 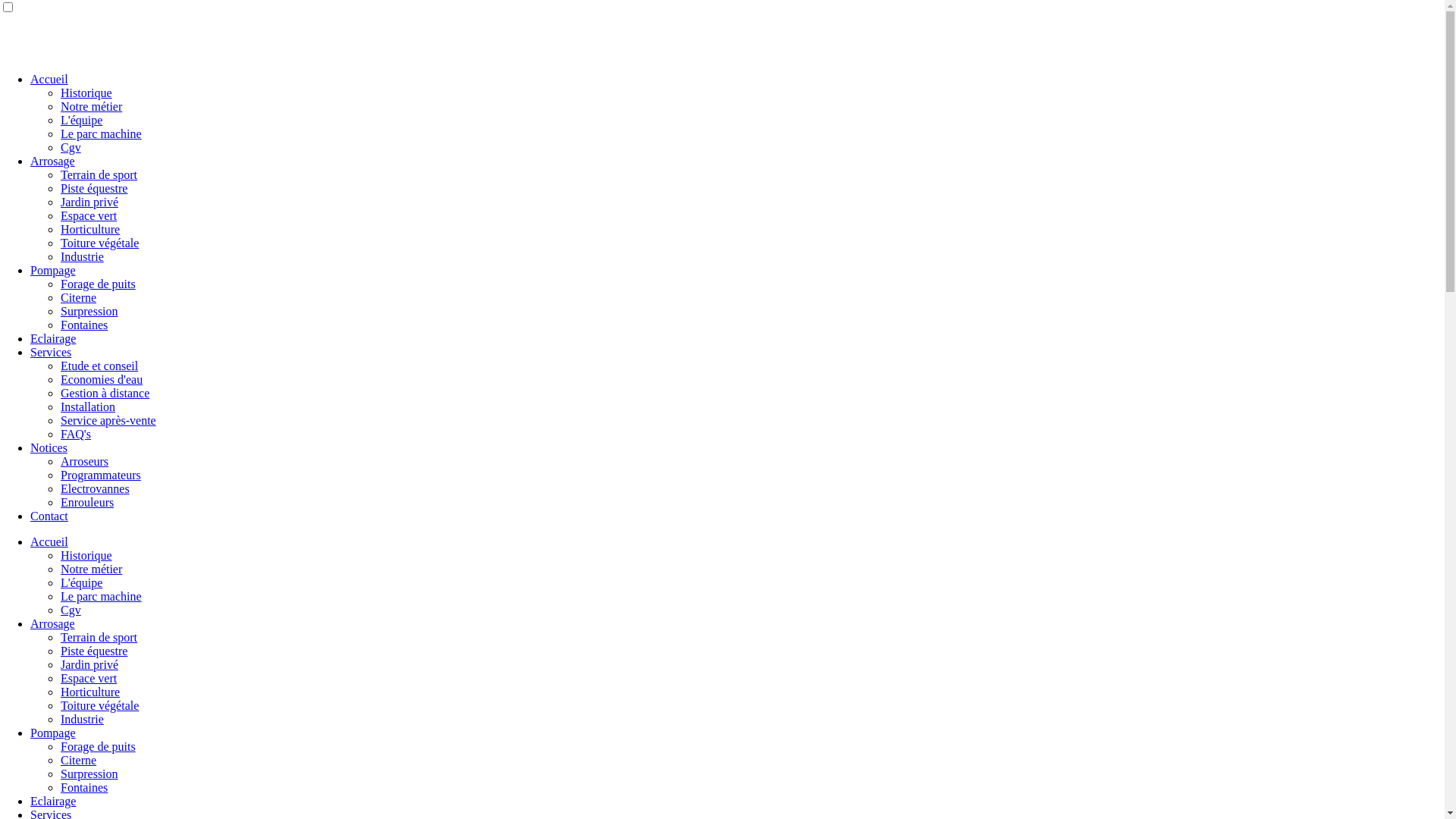 What do you see at coordinates (100, 595) in the screenshot?
I see `'Le parc machine'` at bounding box center [100, 595].